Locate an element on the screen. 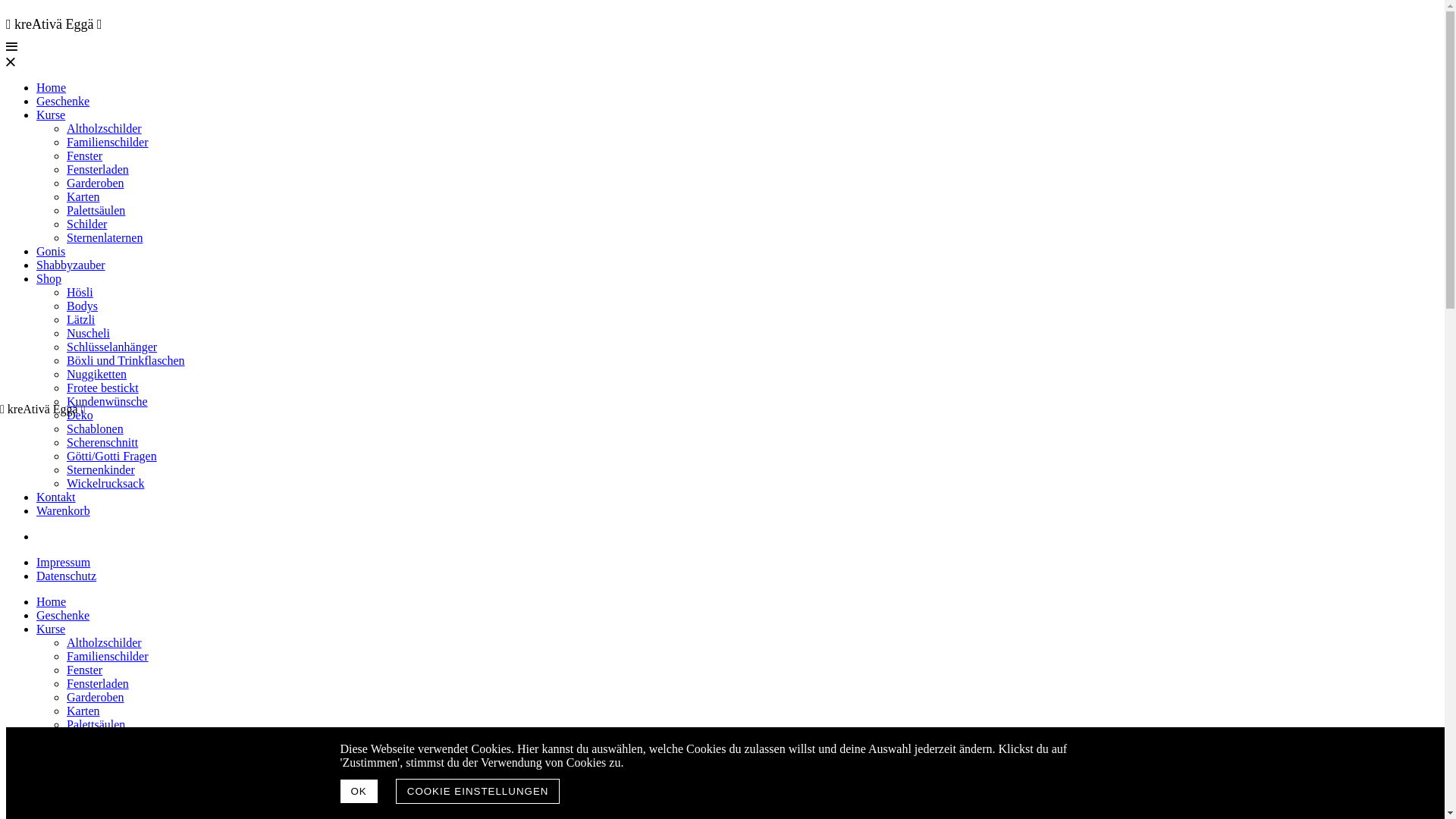 This screenshot has height=819, width=1456. 'Nuscheli' is located at coordinates (87, 332).